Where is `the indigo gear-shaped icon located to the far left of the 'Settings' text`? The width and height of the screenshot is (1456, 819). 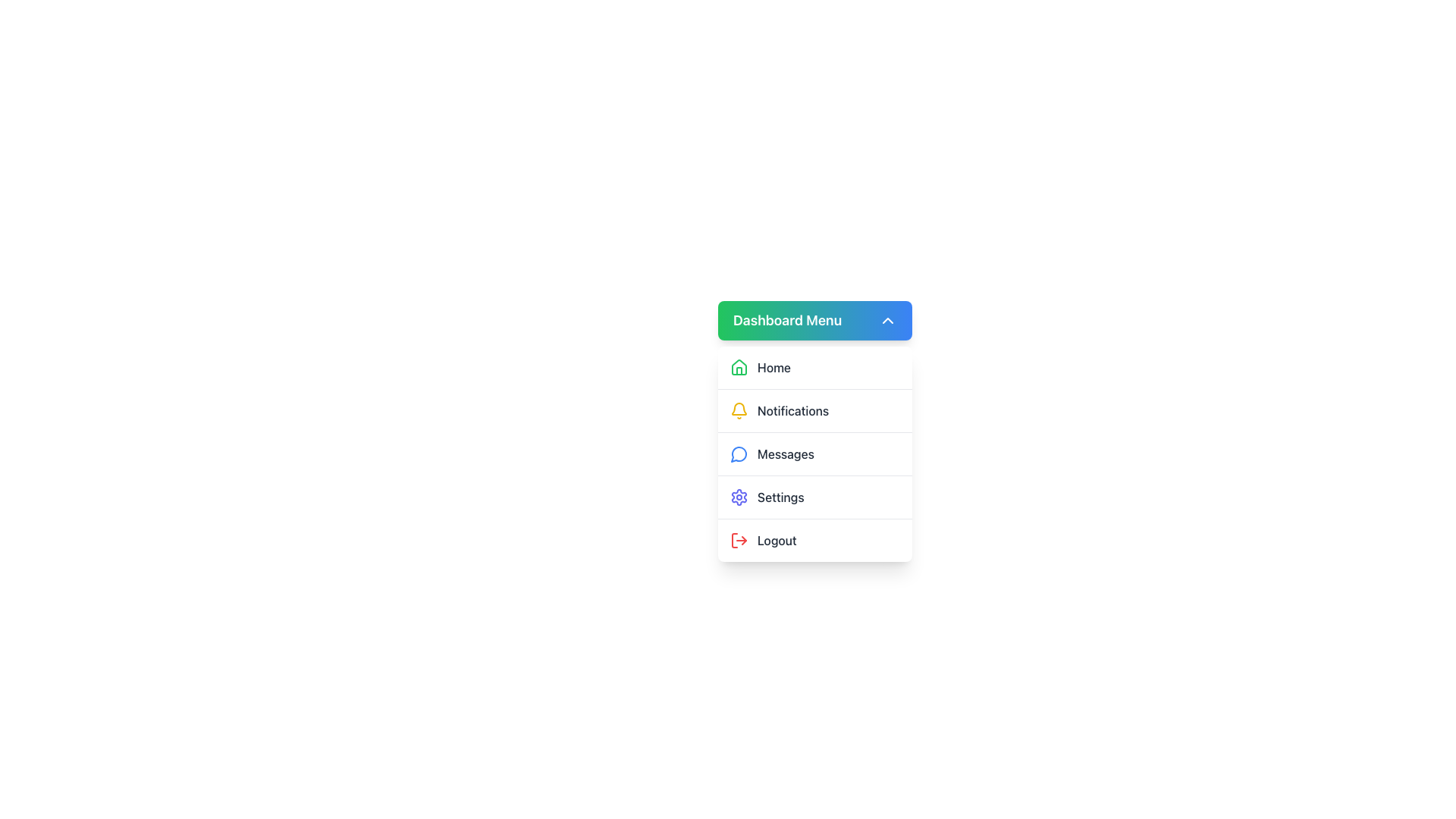
the indigo gear-shaped icon located to the far left of the 'Settings' text is located at coordinates (739, 497).